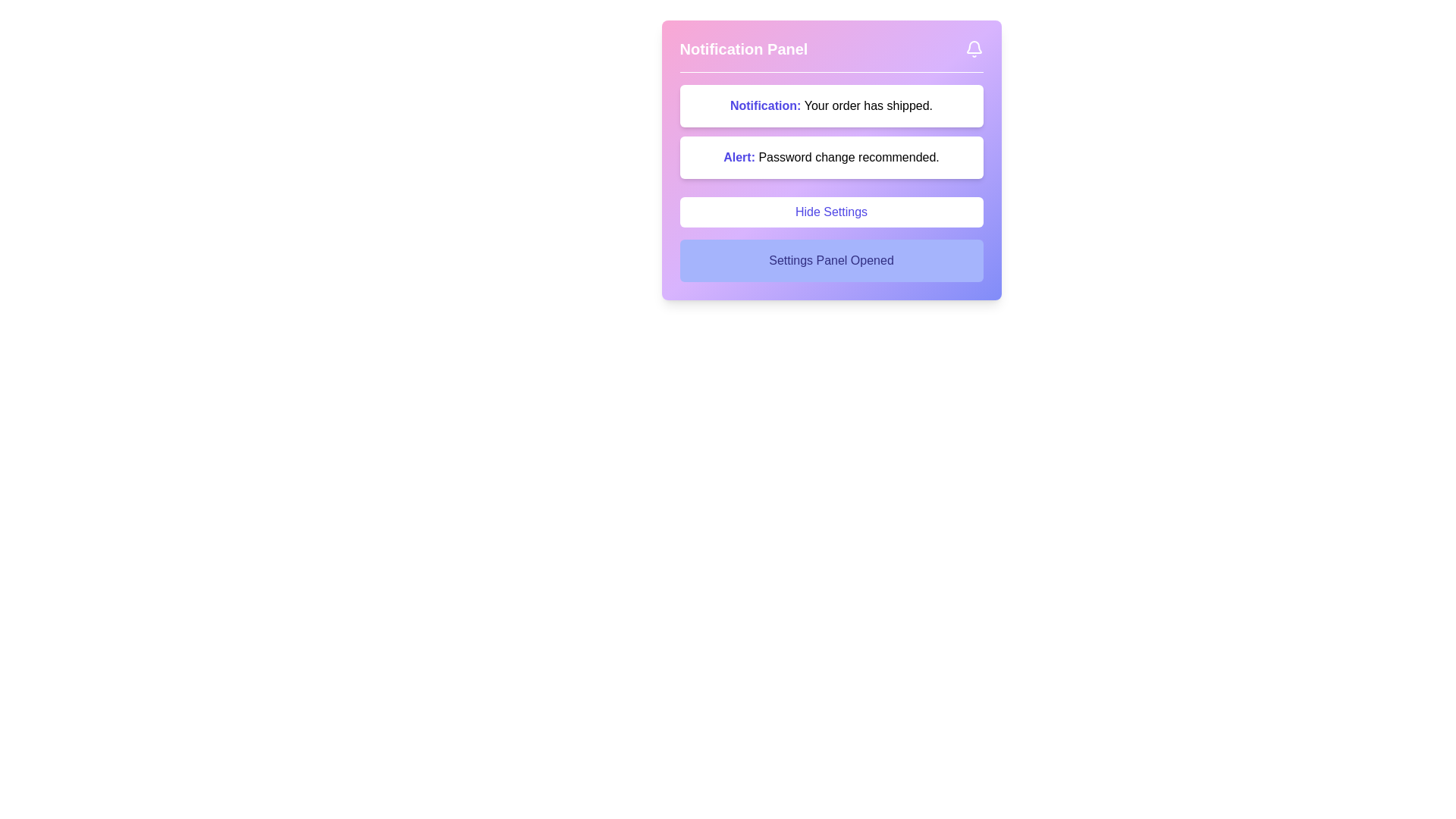 Image resolution: width=1456 pixels, height=819 pixels. I want to click on the 'Settings Panel Opened' text label, which is a rectangular panel with a purple background and rounded corners, located in the lower section of a vertically stacked group within a notification panel, so click(830, 259).